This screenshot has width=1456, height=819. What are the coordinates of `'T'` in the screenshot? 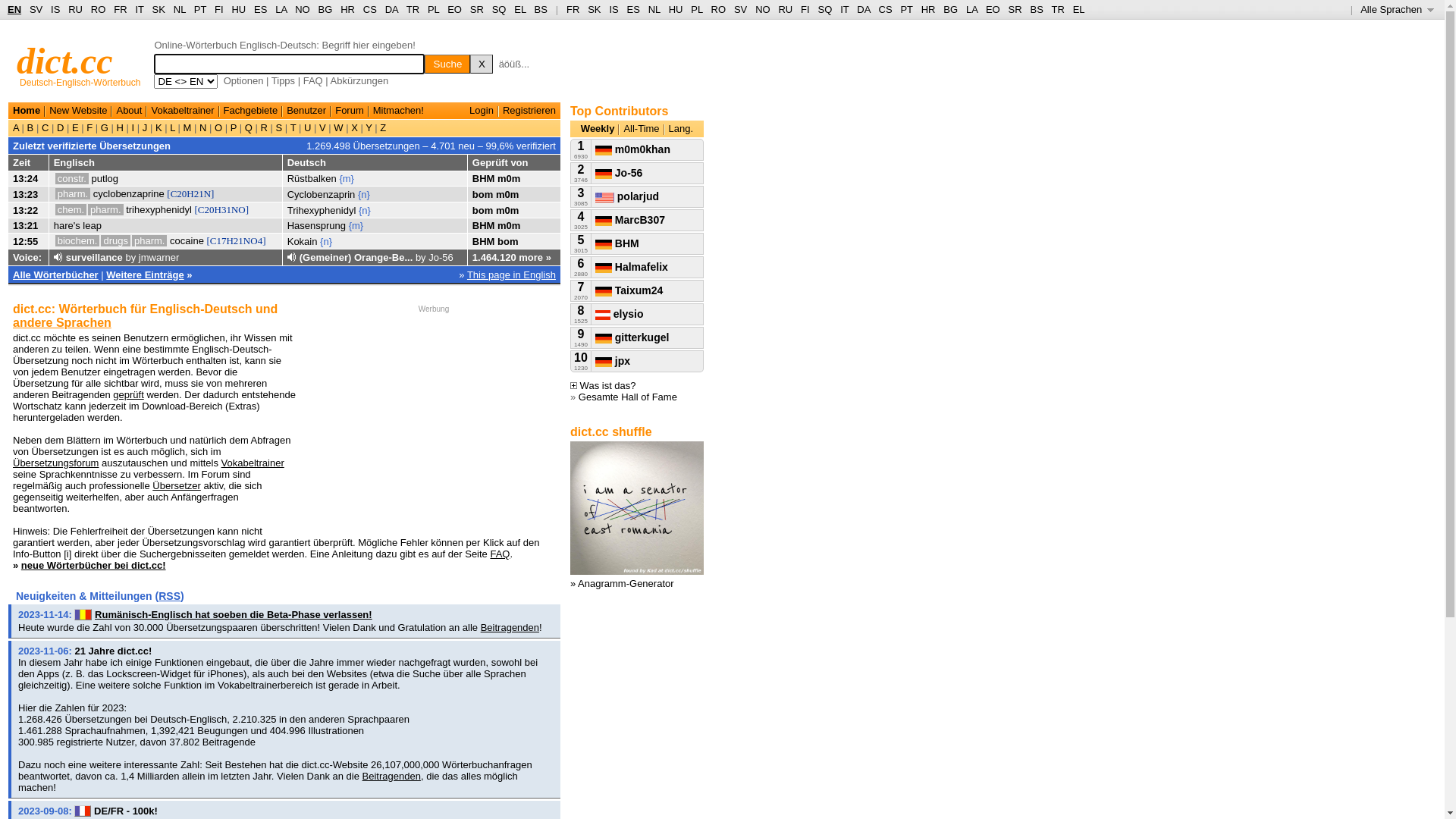 It's located at (293, 127).